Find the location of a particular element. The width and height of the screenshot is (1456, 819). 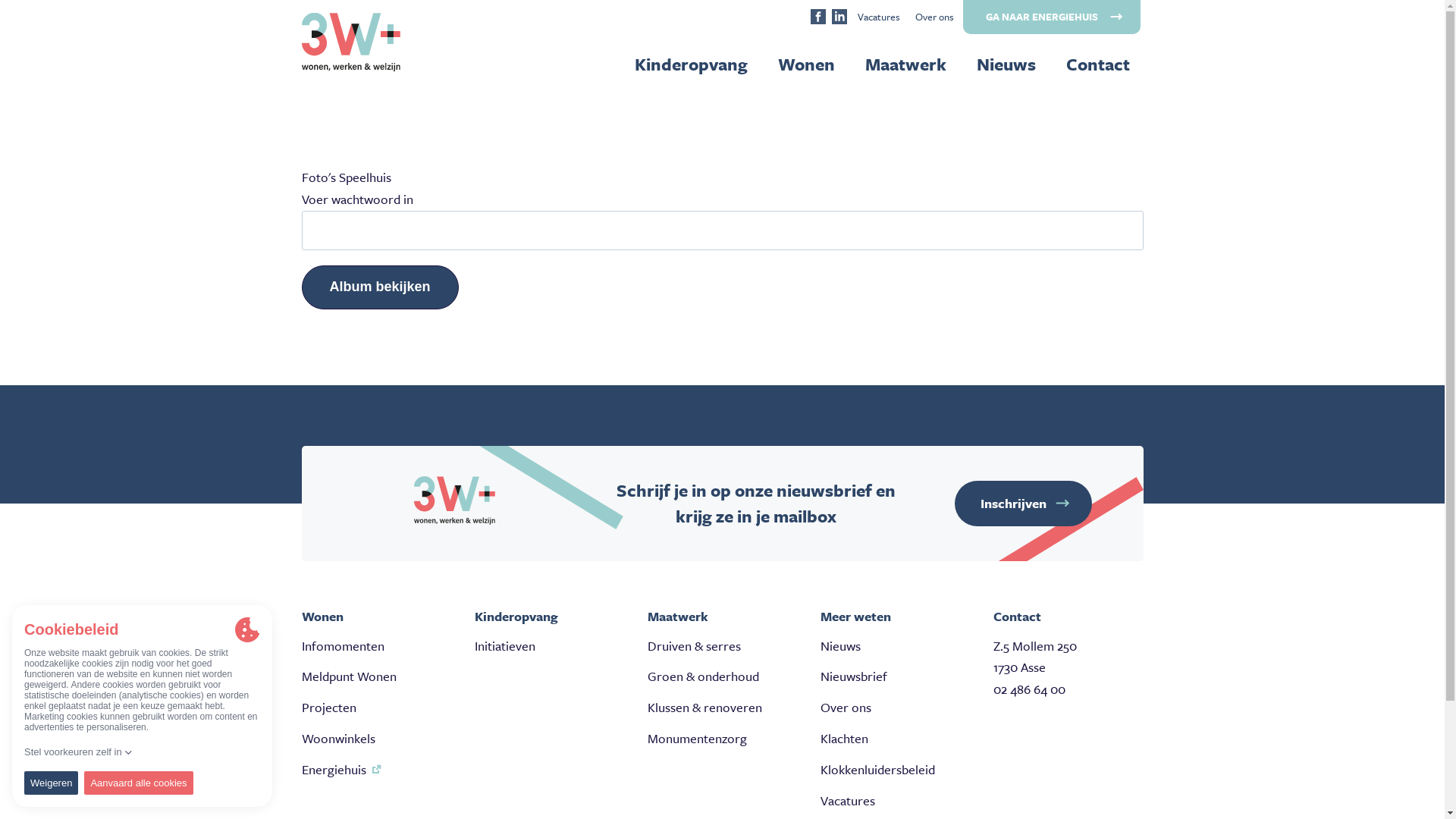

'GA NAAR ENERGIEHUIS' is located at coordinates (962, 17).